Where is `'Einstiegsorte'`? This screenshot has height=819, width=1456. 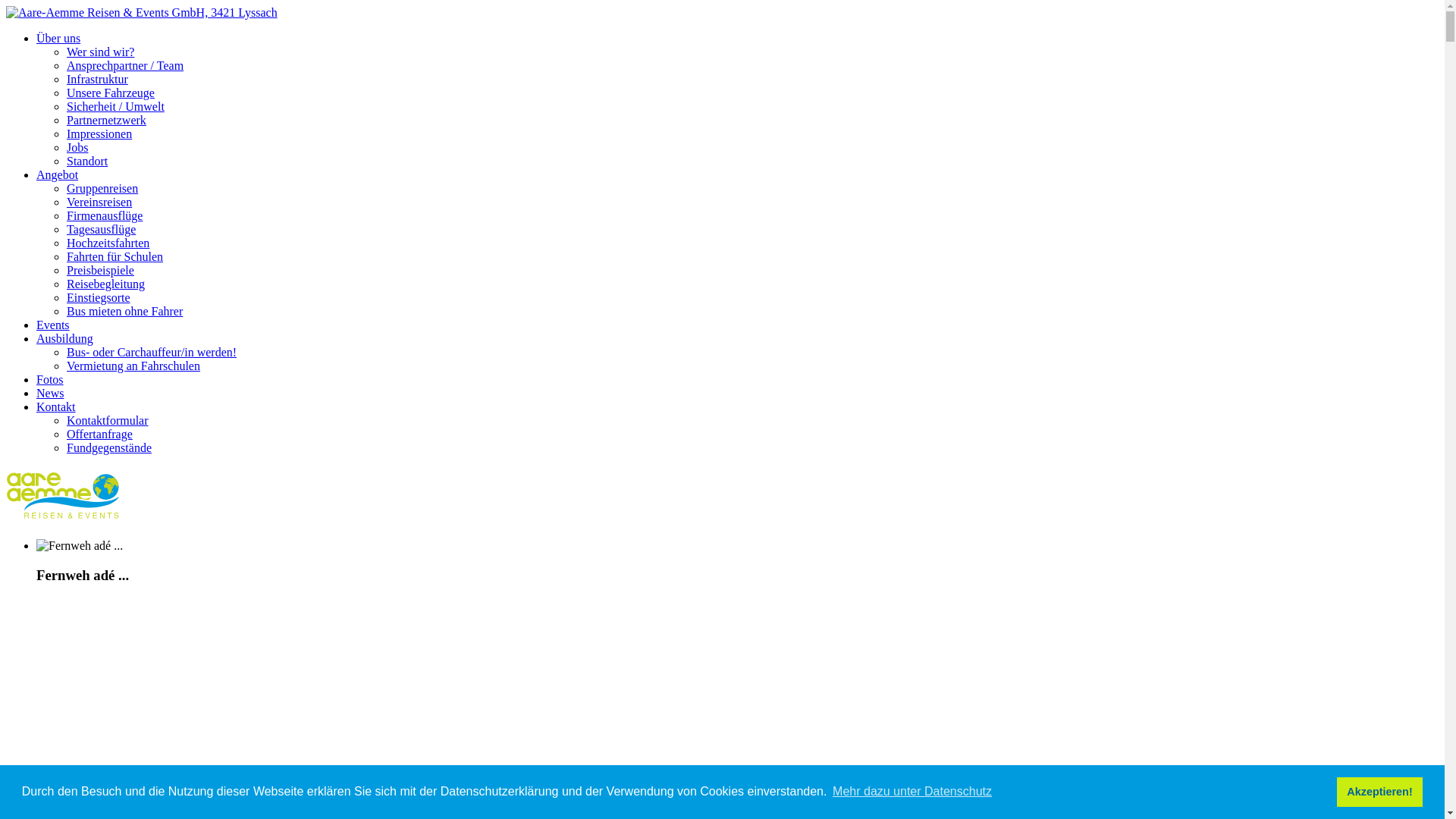 'Einstiegsorte' is located at coordinates (97, 297).